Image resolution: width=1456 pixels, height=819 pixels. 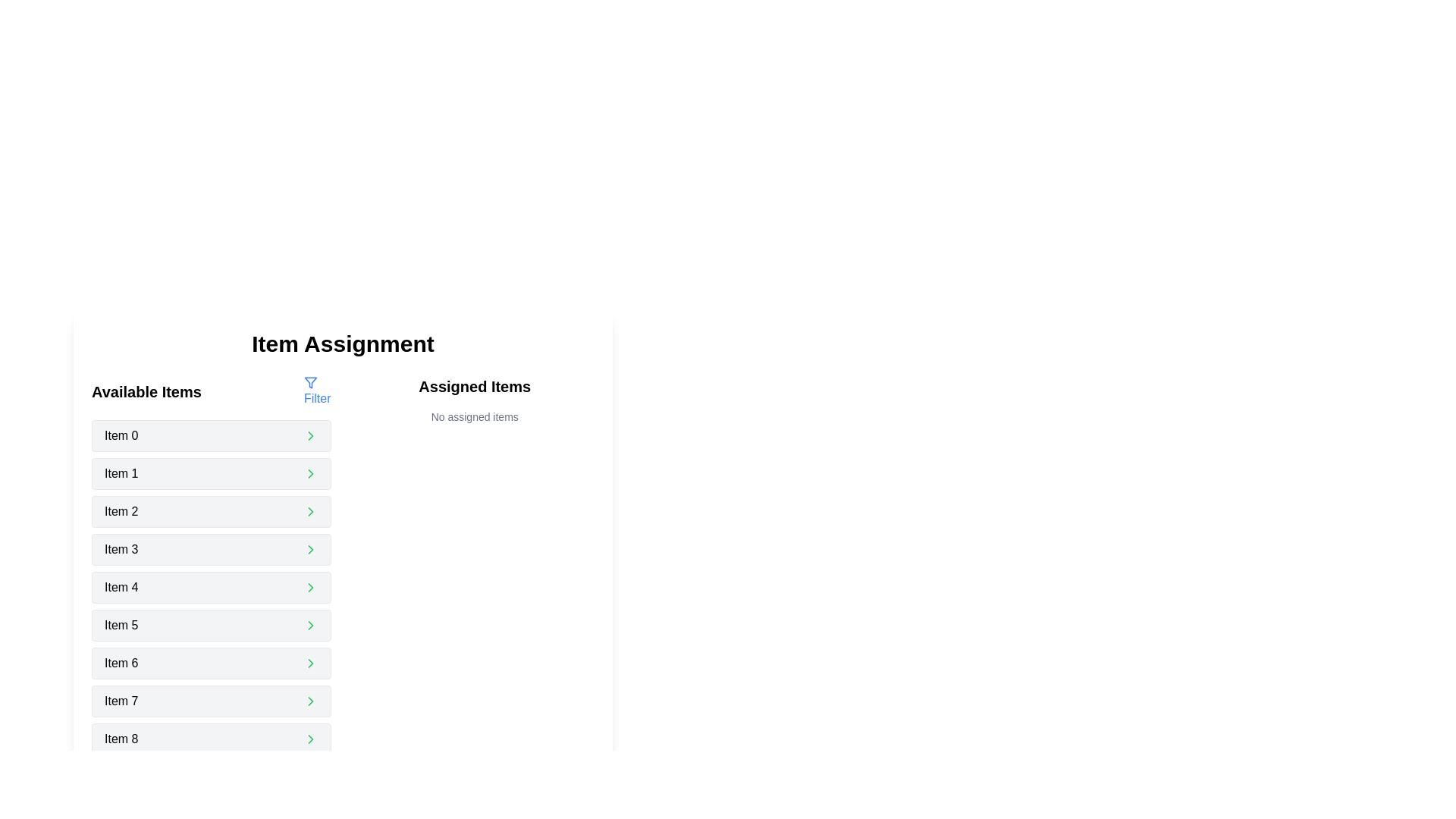 What do you see at coordinates (309, 550) in the screenshot?
I see `the chevron icon located in the fourth 'Item 3' list item card` at bounding box center [309, 550].